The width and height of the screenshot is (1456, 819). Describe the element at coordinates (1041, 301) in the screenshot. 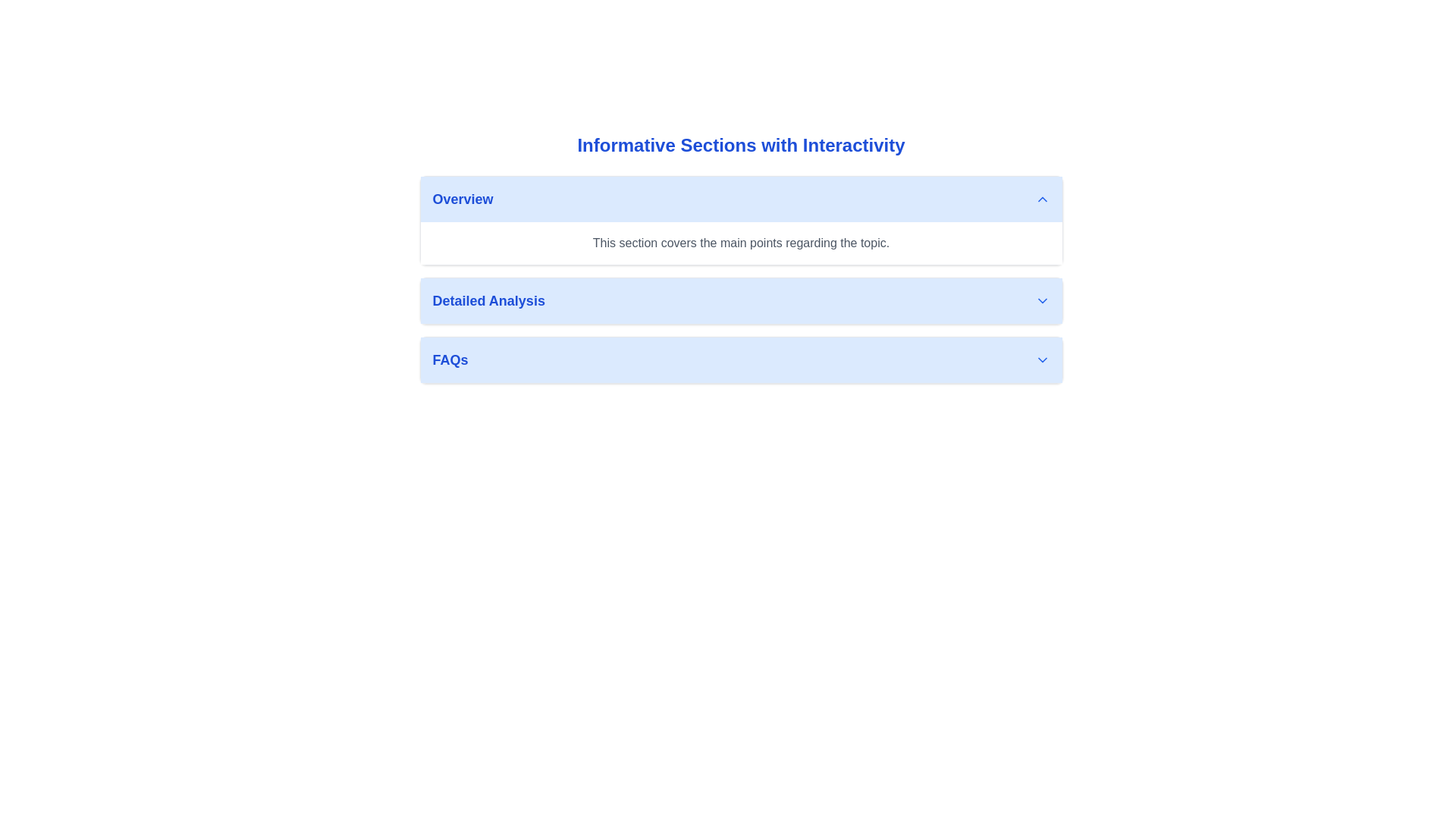

I see `the chevron icon on the right-hand side of the 'Detailed Analysis' section header` at that location.